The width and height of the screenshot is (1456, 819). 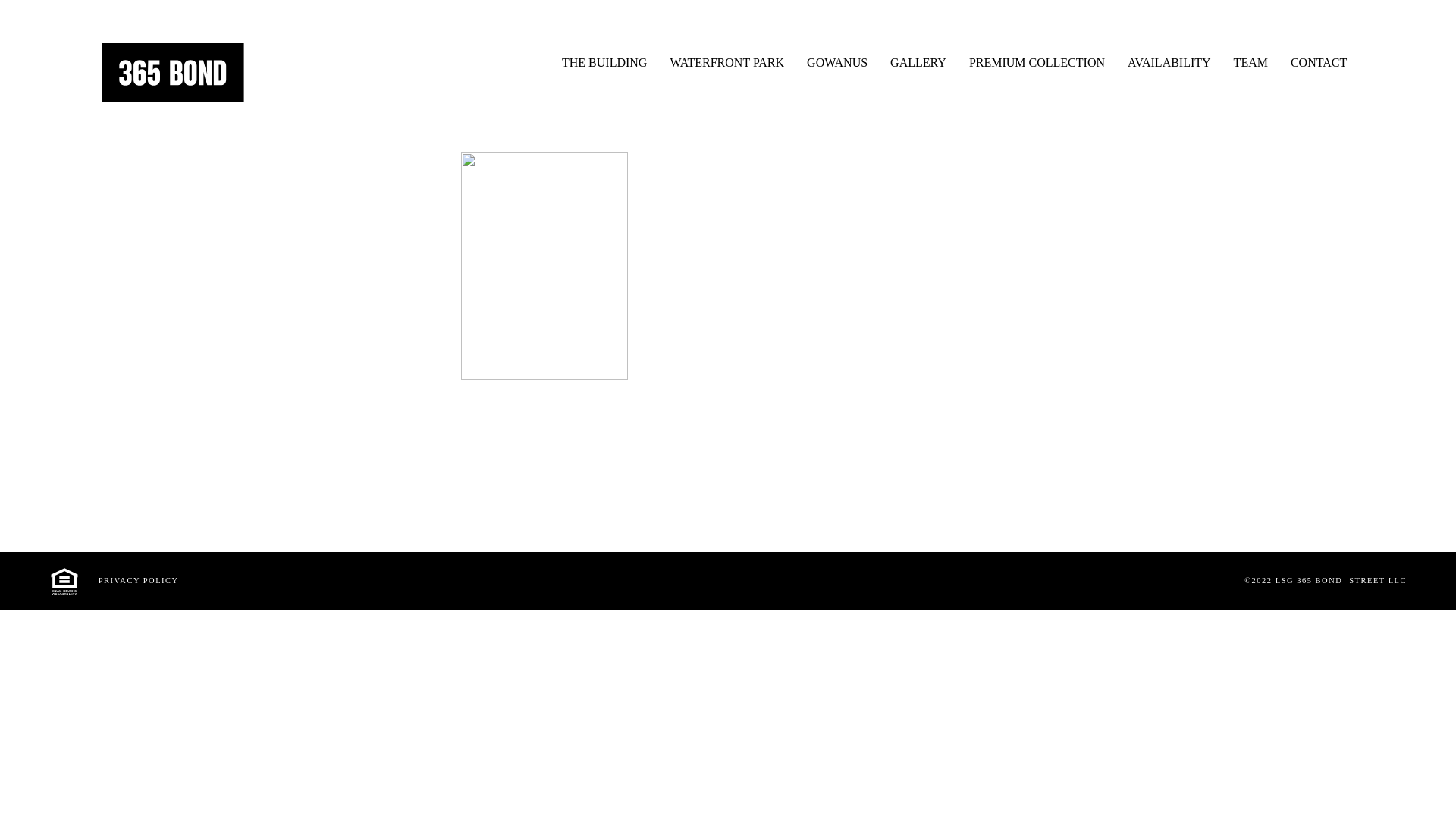 I want to click on 'GALLERY', so click(x=917, y=58).